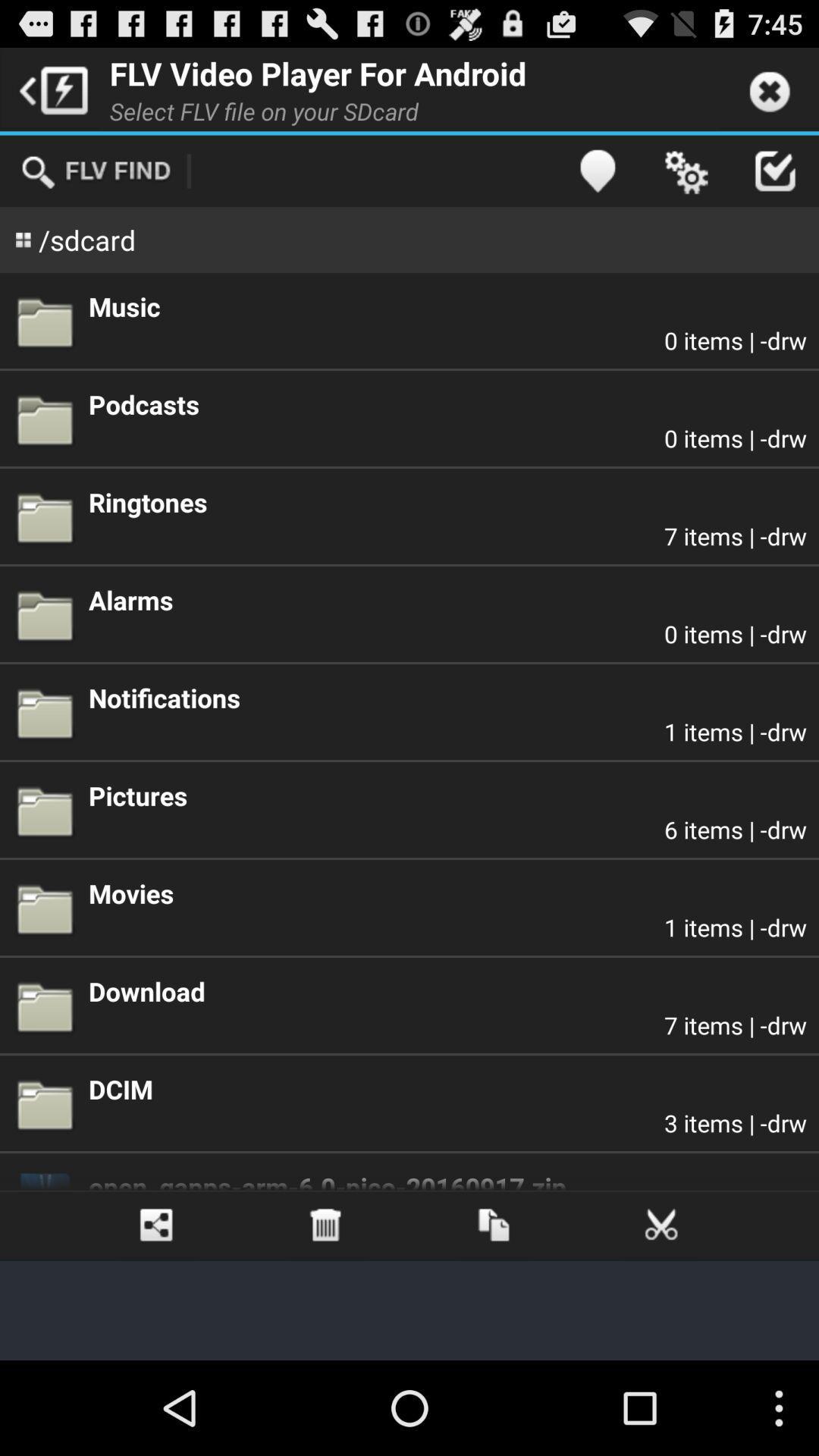 The width and height of the screenshot is (819, 1456). Describe the element at coordinates (596, 171) in the screenshot. I see `icon above music` at that location.